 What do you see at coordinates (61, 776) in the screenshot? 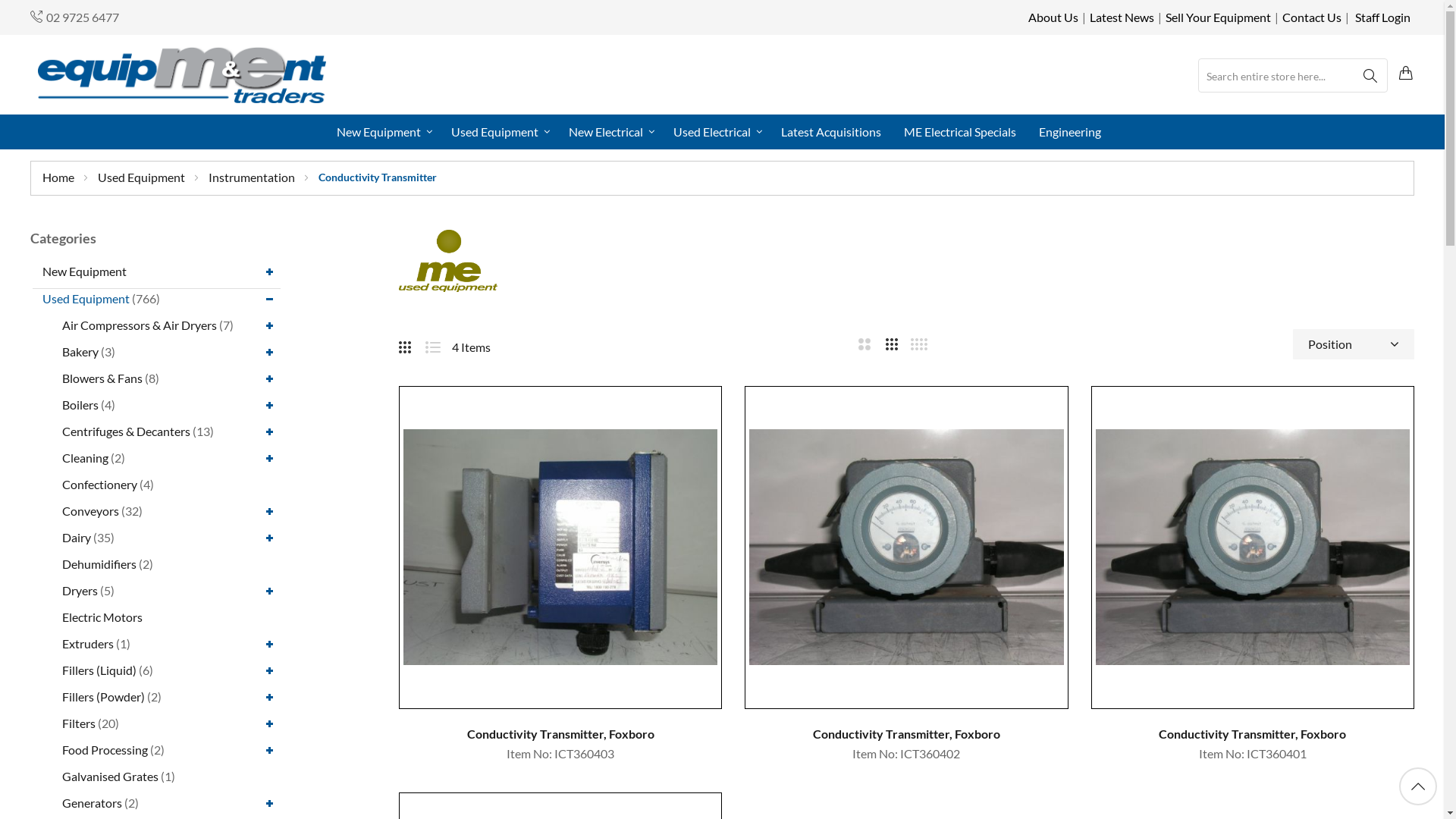
I see `'Galvanised Grates'` at bounding box center [61, 776].